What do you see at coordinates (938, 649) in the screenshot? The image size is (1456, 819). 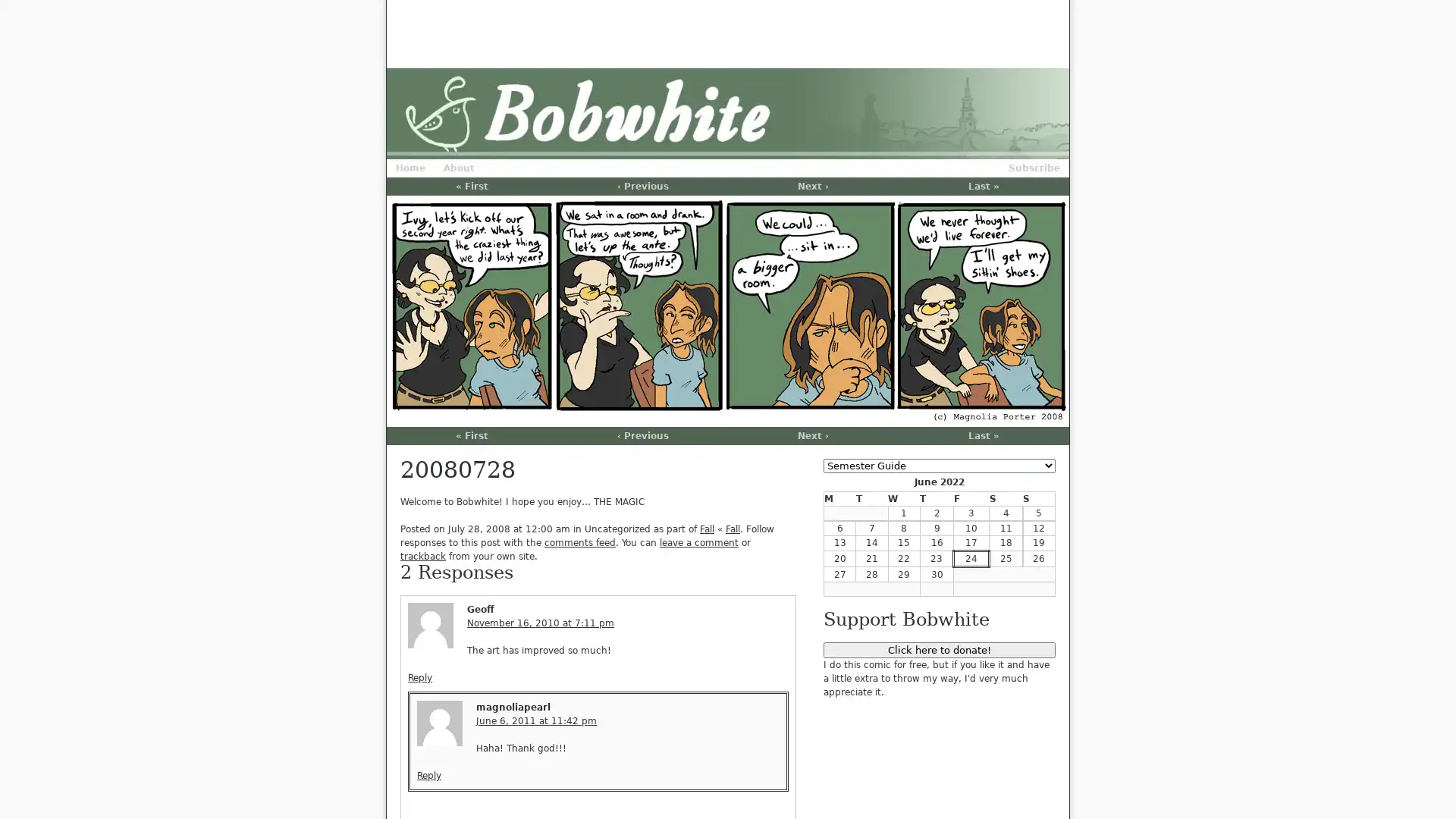 I see `Click here to donate!` at bounding box center [938, 649].